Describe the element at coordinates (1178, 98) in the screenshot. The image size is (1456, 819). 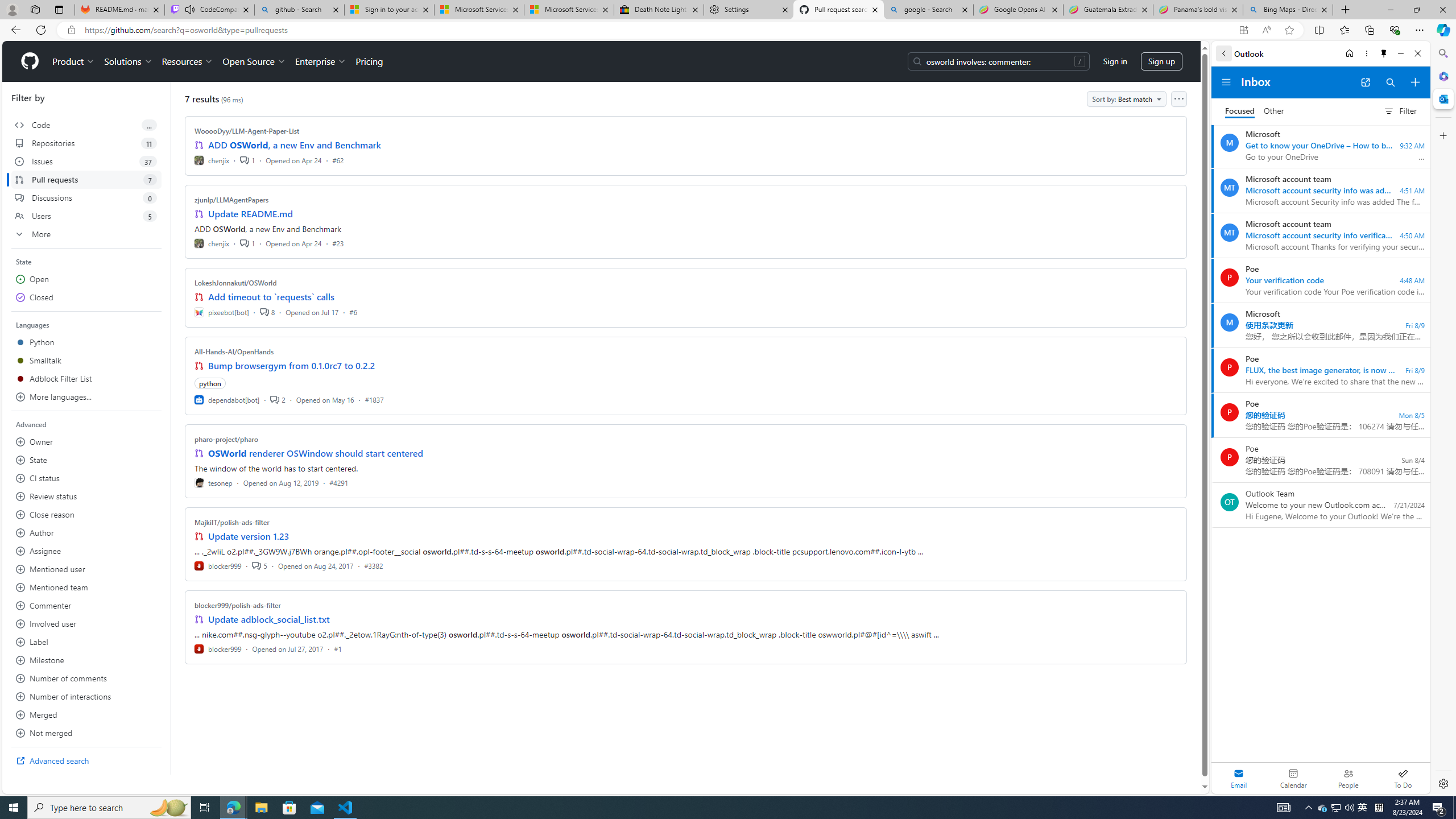
I see `'Open column options'` at that location.